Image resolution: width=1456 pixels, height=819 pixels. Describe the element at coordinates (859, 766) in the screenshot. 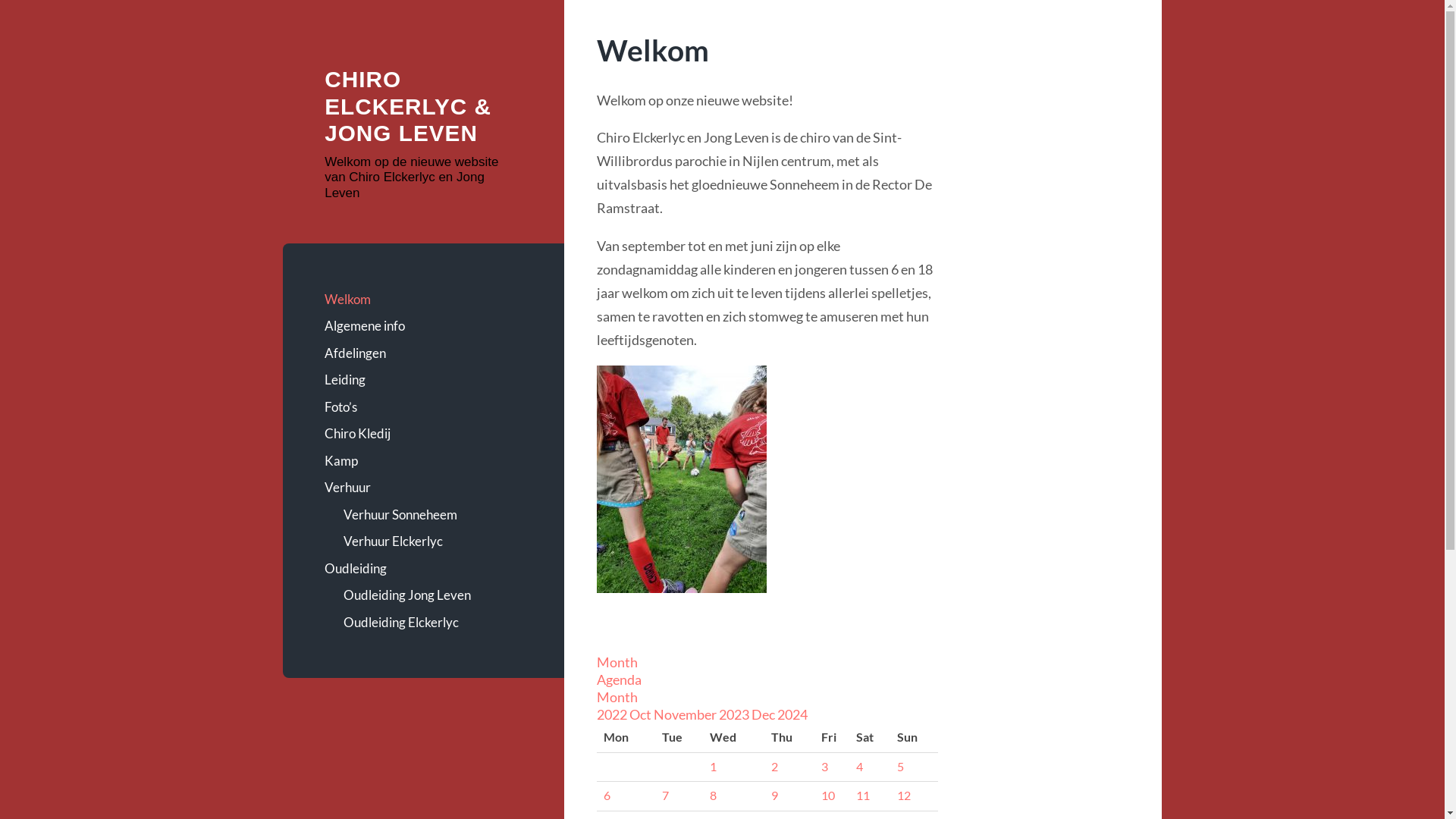

I see `'4'` at that location.